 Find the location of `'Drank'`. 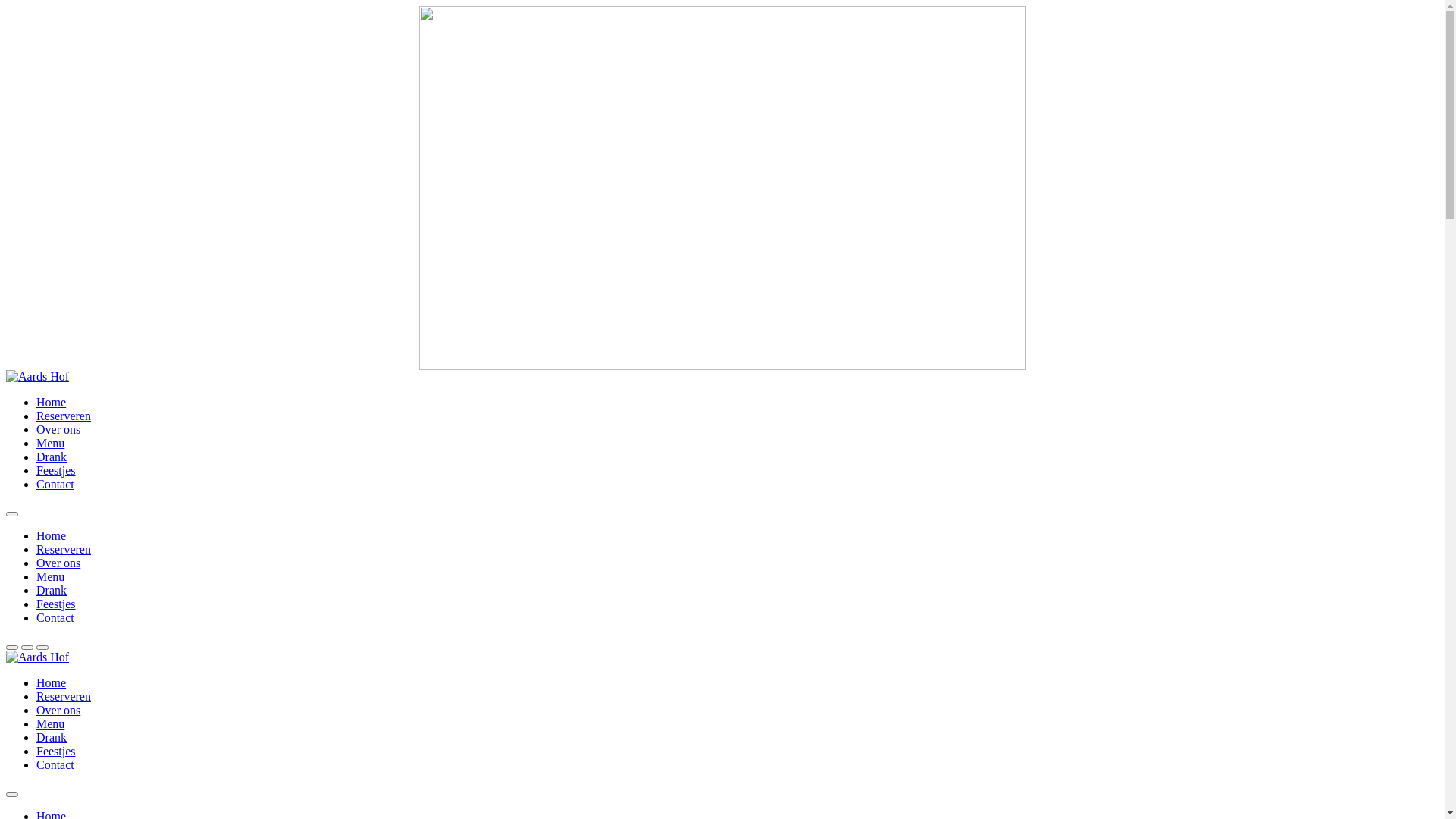

'Drank' is located at coordinates (51, 589).